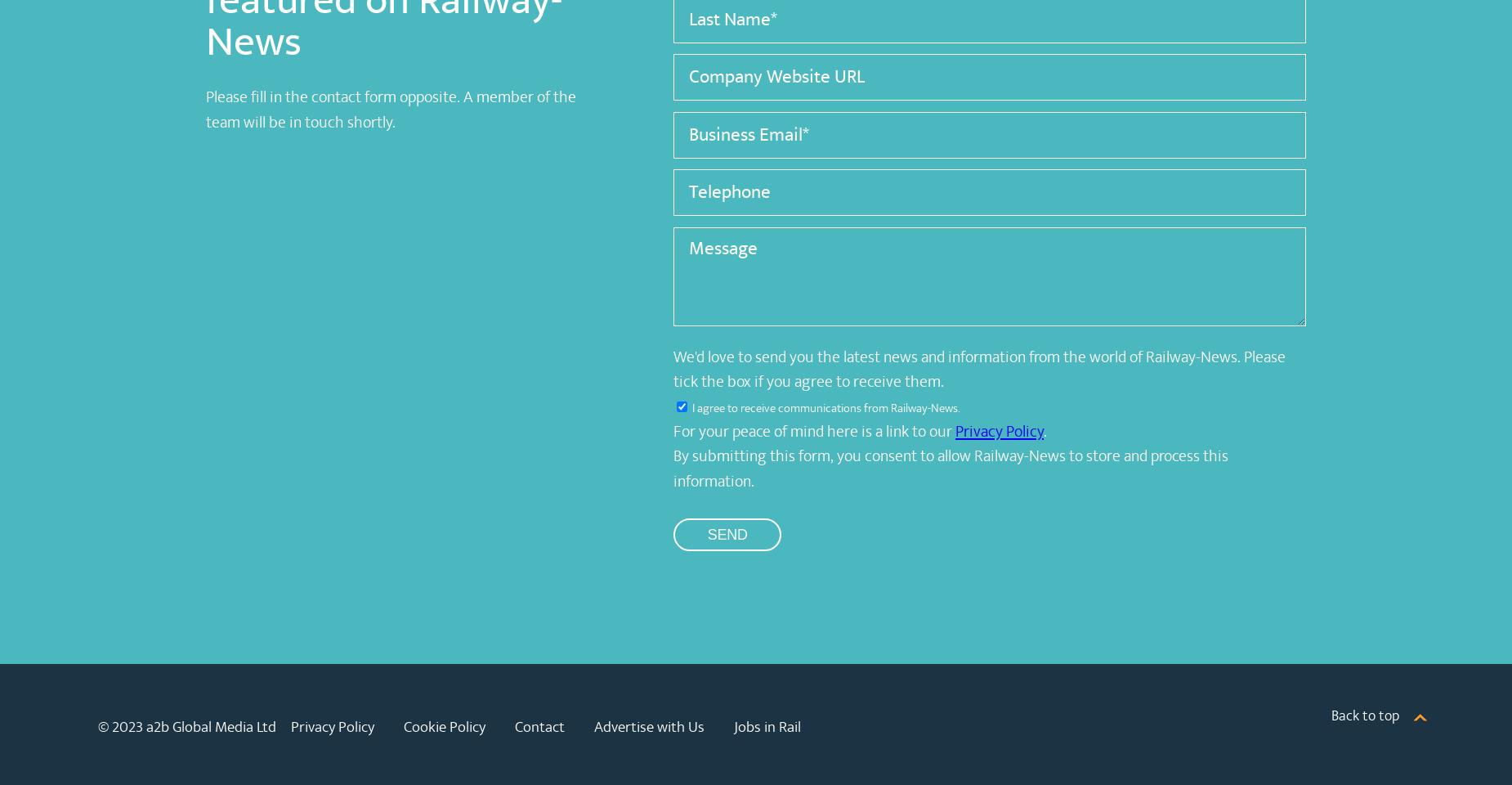 The height and width of the screenshot is (785, 1512). Describe the element at coordinates (978, 369) in the screenshot. I see `'We'd love to send you the latest news and information from the world of Railway-News. Please tick the box if you agree to receive them.'` at that location.